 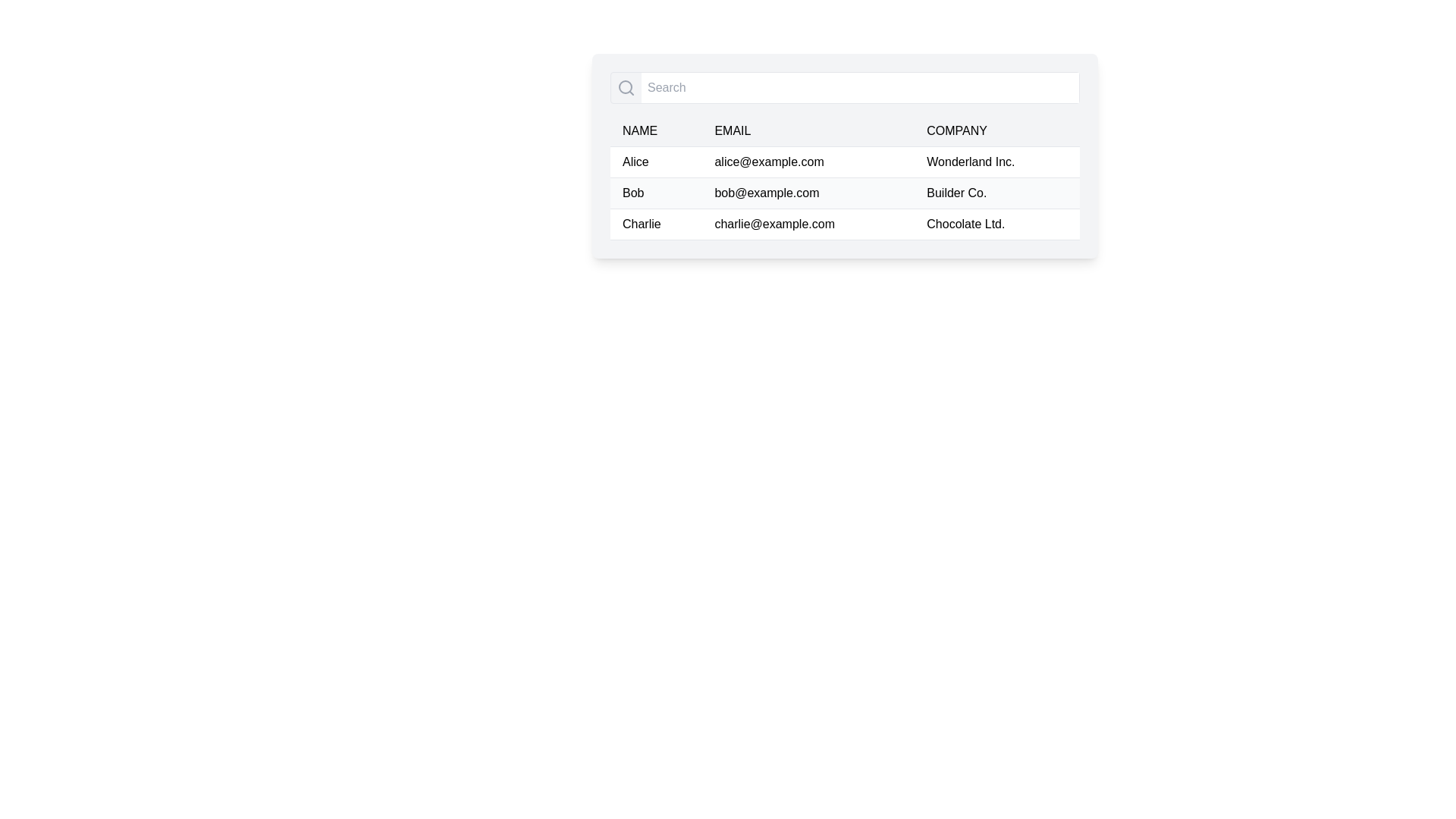 What do you see at coordinates (808, 162) in the screenshot?
I see `the email address text label located in the second column of the first row of the table, which displays the email associated with 'Alice' from 'Wonderland Inc.'` at bounding box center [808, 162].